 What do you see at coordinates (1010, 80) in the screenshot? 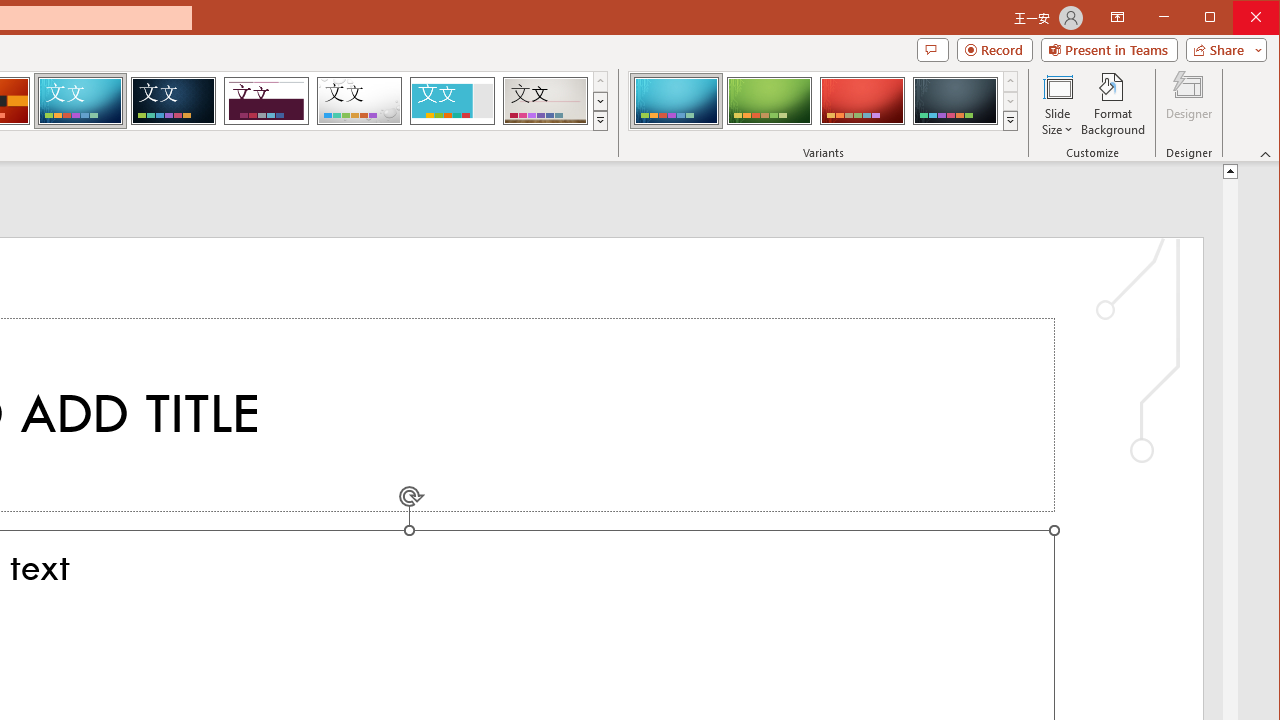
I see `'Row up'` at bounding box center [1010, 80].